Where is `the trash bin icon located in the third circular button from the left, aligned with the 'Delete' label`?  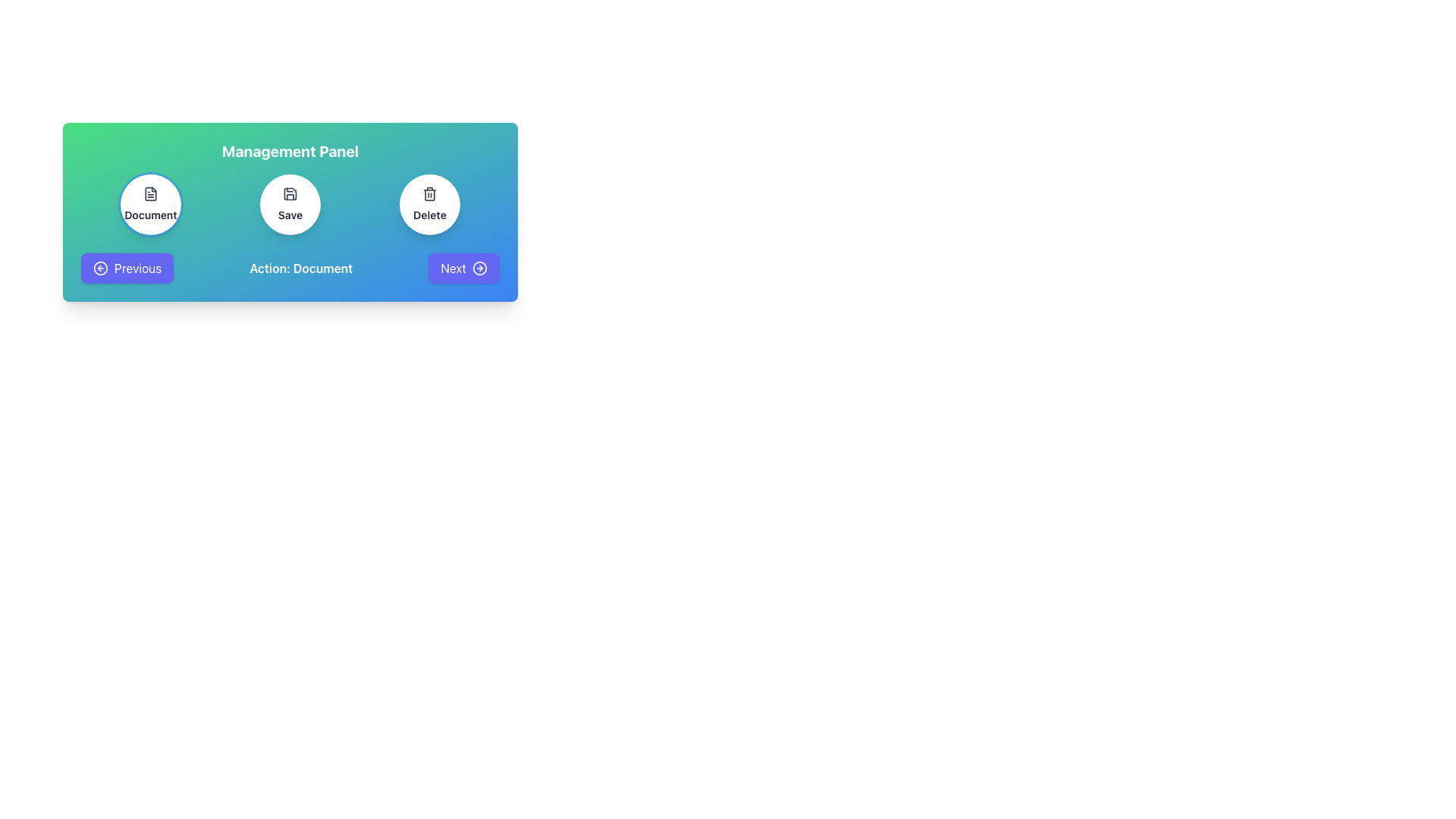
the trash bin icon located in the third circular button from the left, aligned with the 'Delete' label is located at coordinates (428, 193).